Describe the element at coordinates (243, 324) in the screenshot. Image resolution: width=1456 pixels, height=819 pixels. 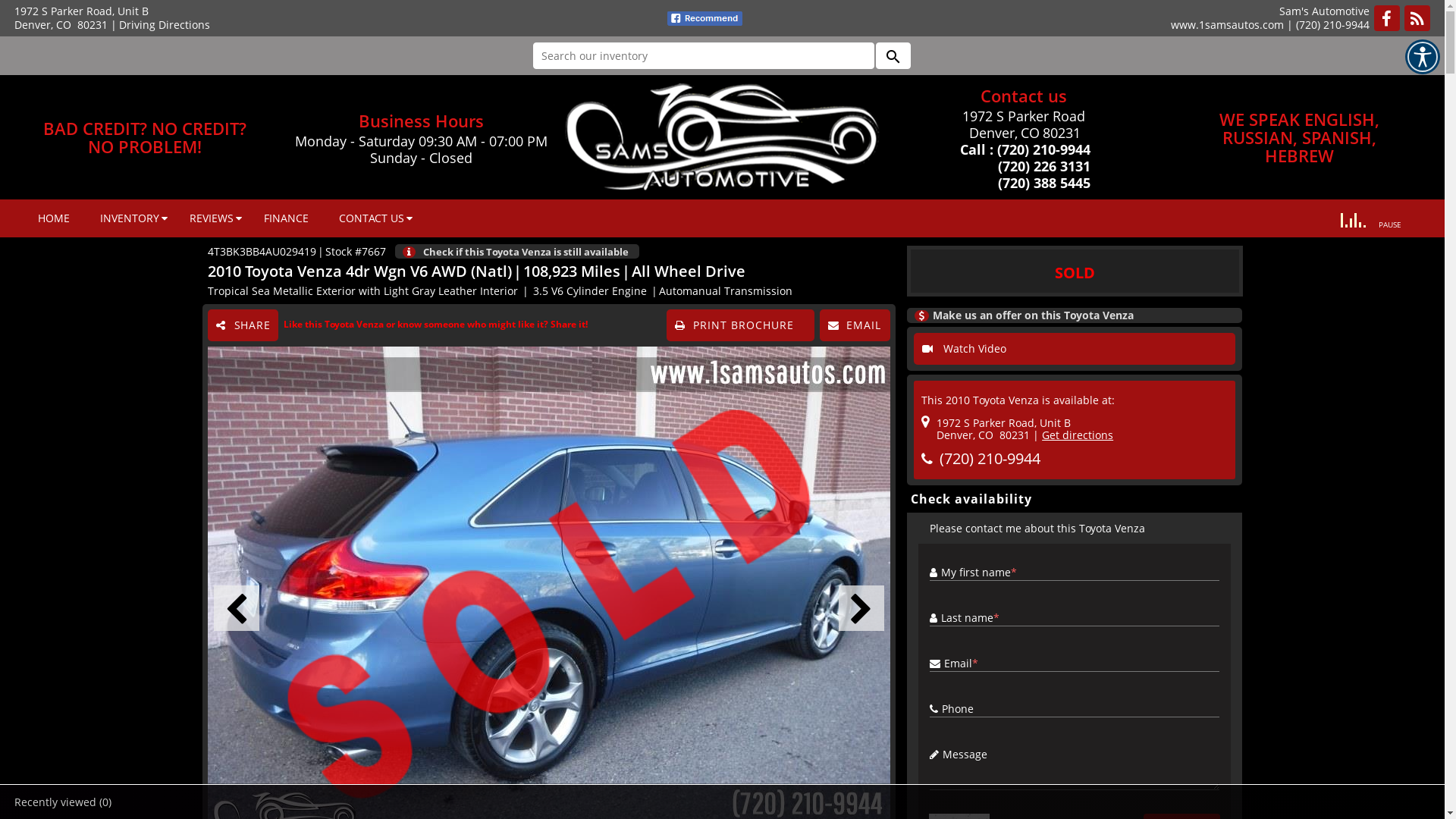
I see `'SHARE'` at that location.